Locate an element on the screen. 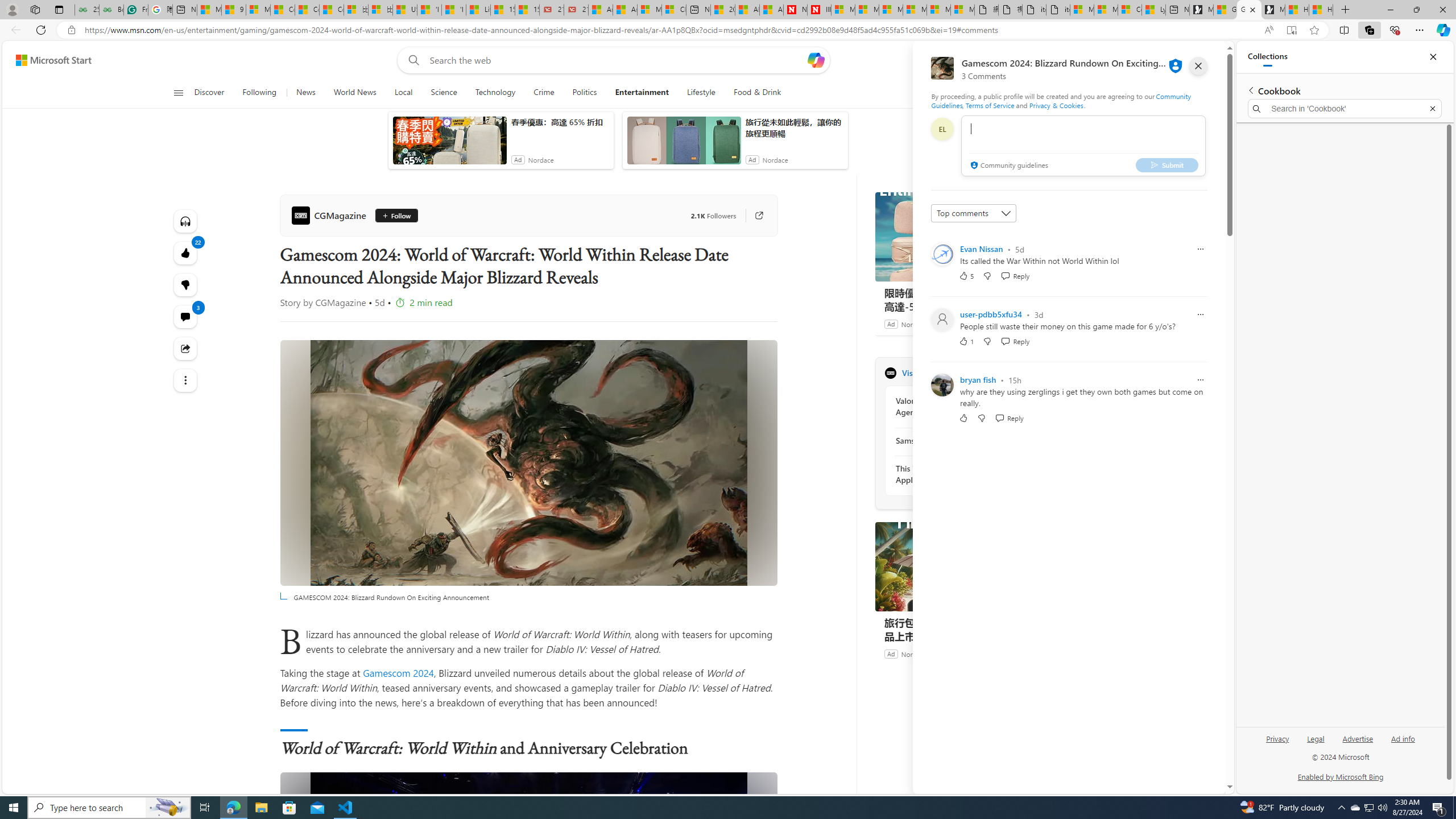  '5 Like' is located at coordinates (965, 275).